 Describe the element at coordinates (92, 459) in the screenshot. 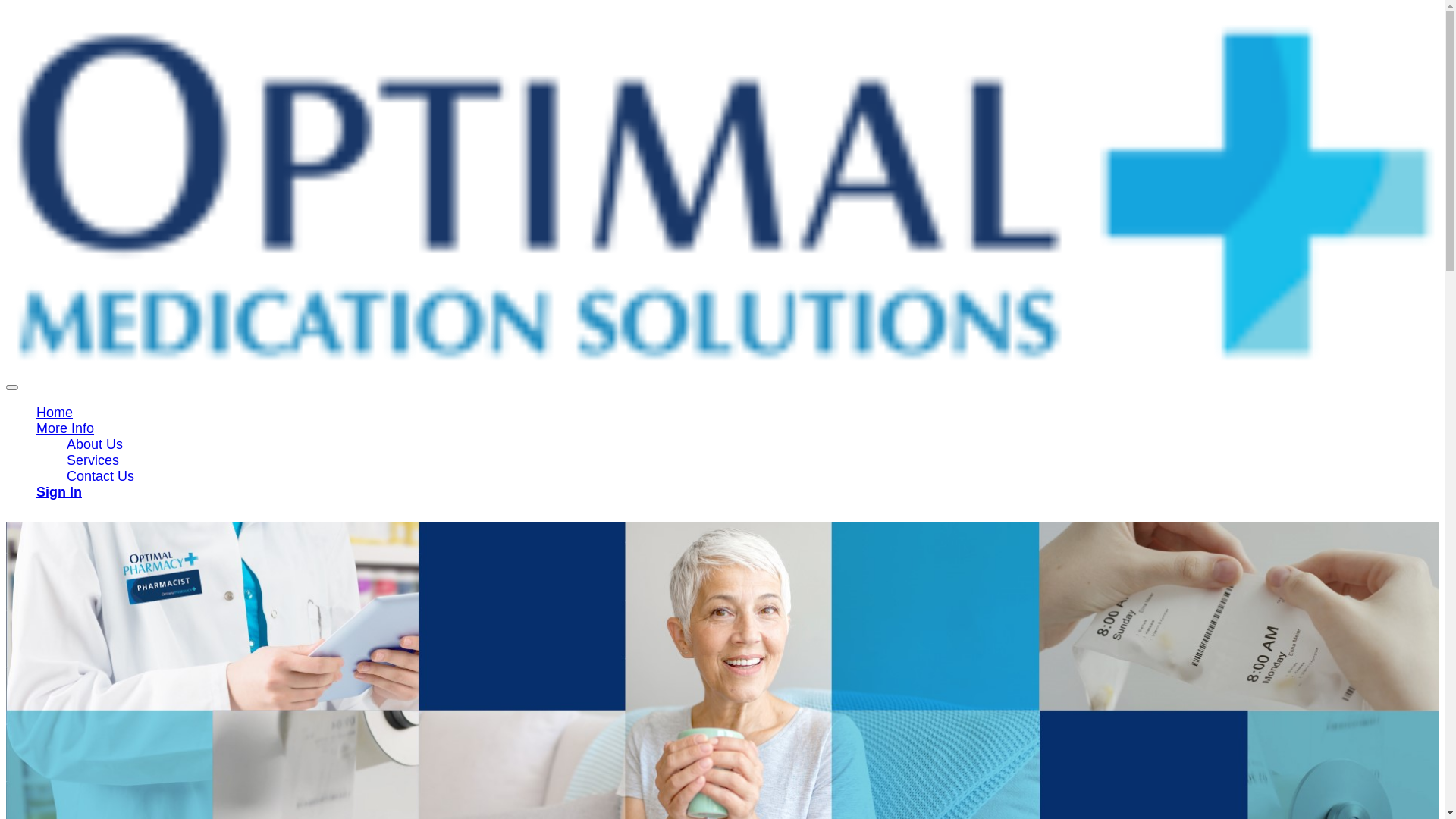

I see `'Services'` at that location.